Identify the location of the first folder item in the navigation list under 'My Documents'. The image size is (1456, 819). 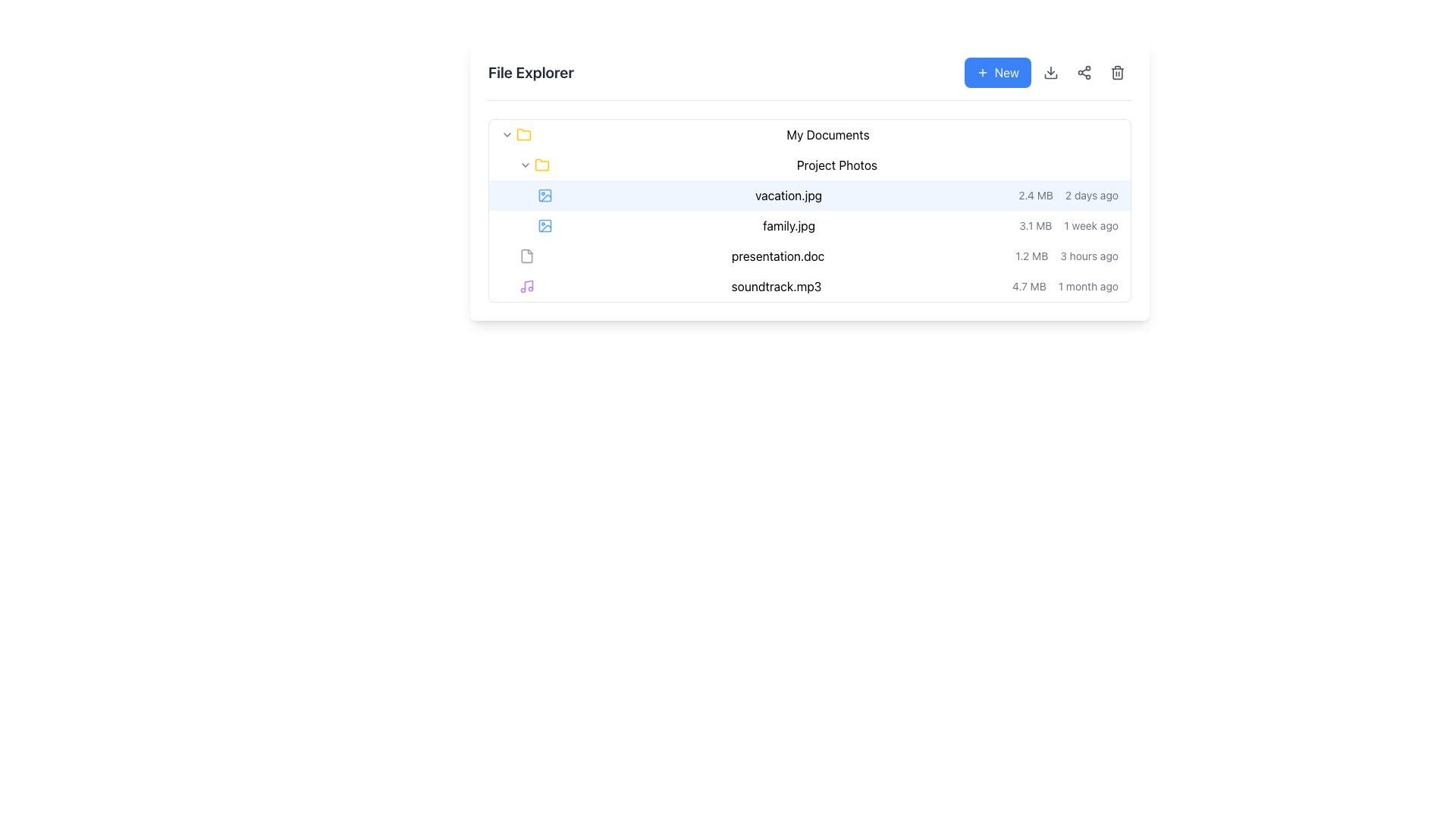
(809, 165).